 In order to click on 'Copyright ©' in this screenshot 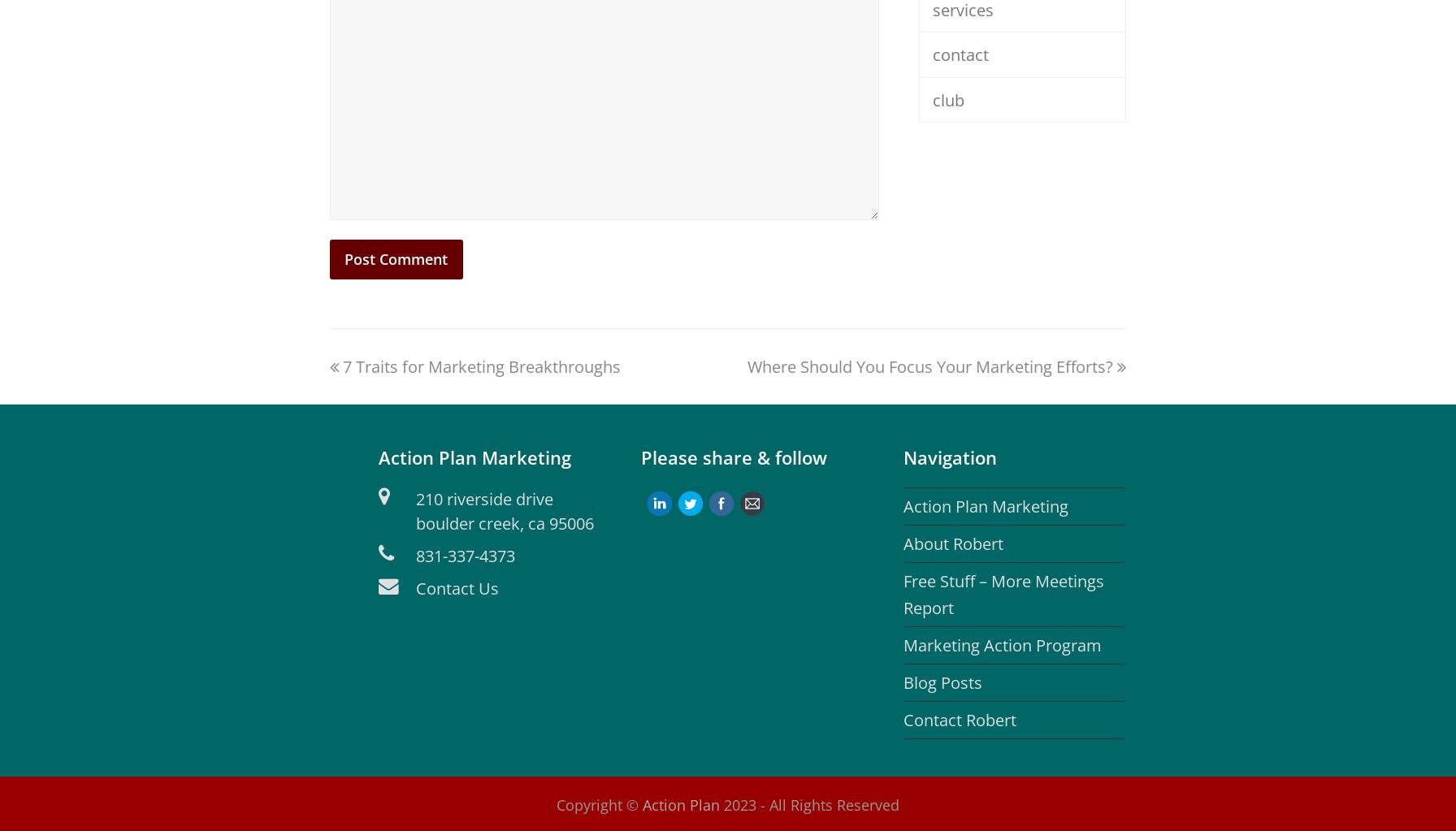, I will do `click(599, 803)`.